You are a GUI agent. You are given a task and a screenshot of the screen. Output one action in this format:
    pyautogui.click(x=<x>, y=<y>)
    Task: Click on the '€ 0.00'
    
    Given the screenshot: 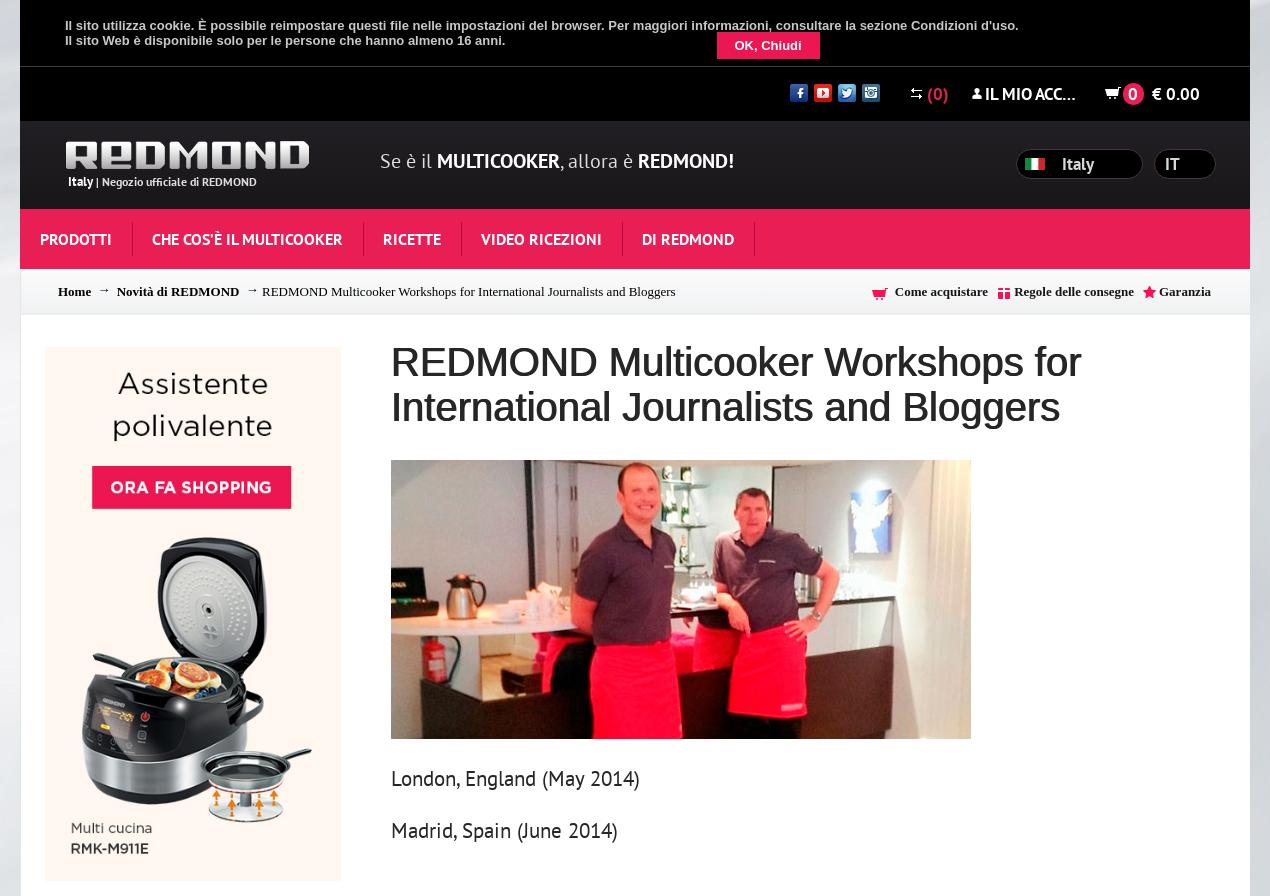 What is the action you would take?
    pyautogui.click(x=1175, y=93)
    